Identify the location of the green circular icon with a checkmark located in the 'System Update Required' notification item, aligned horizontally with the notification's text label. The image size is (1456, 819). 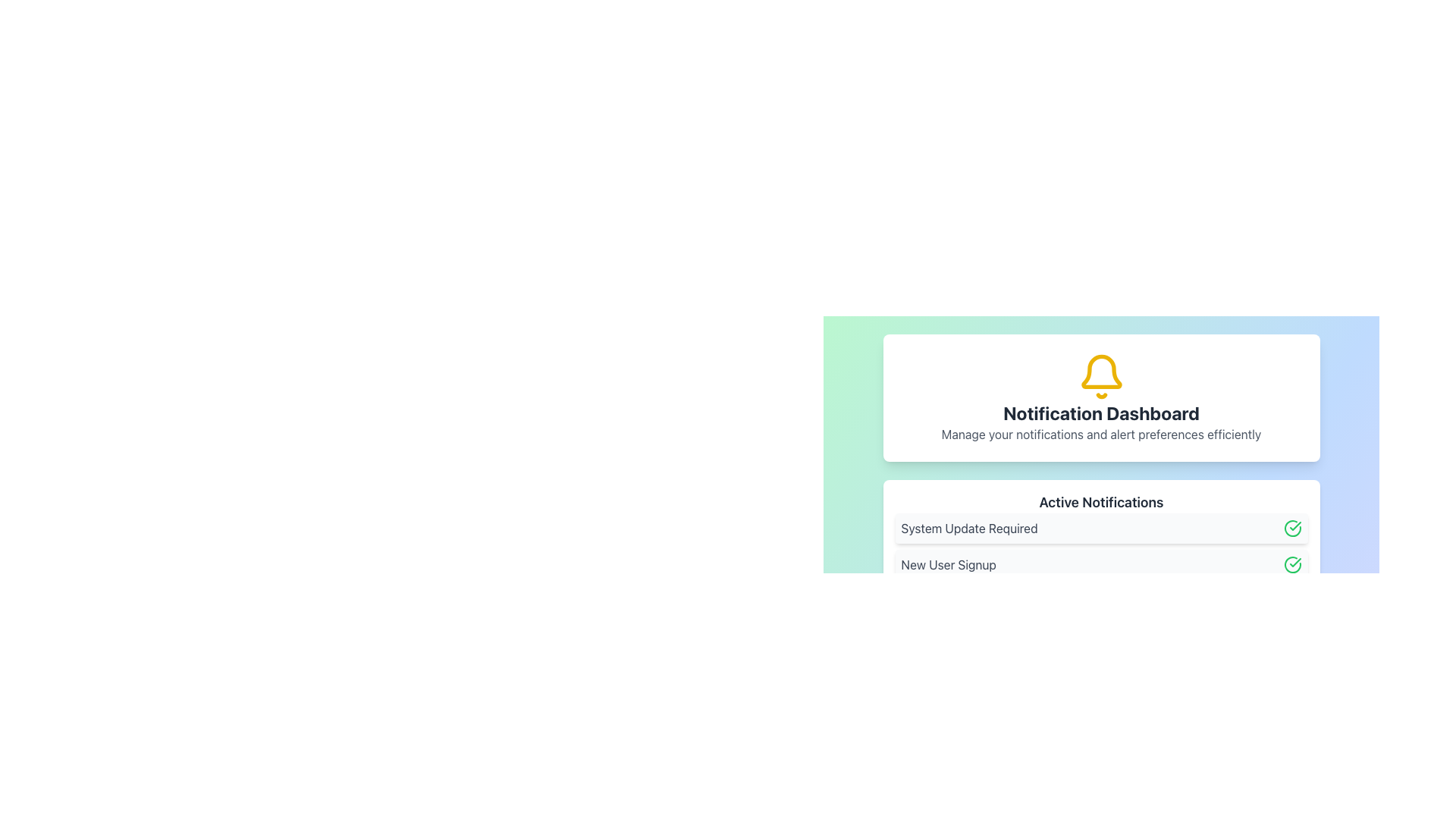
(1291, 528).